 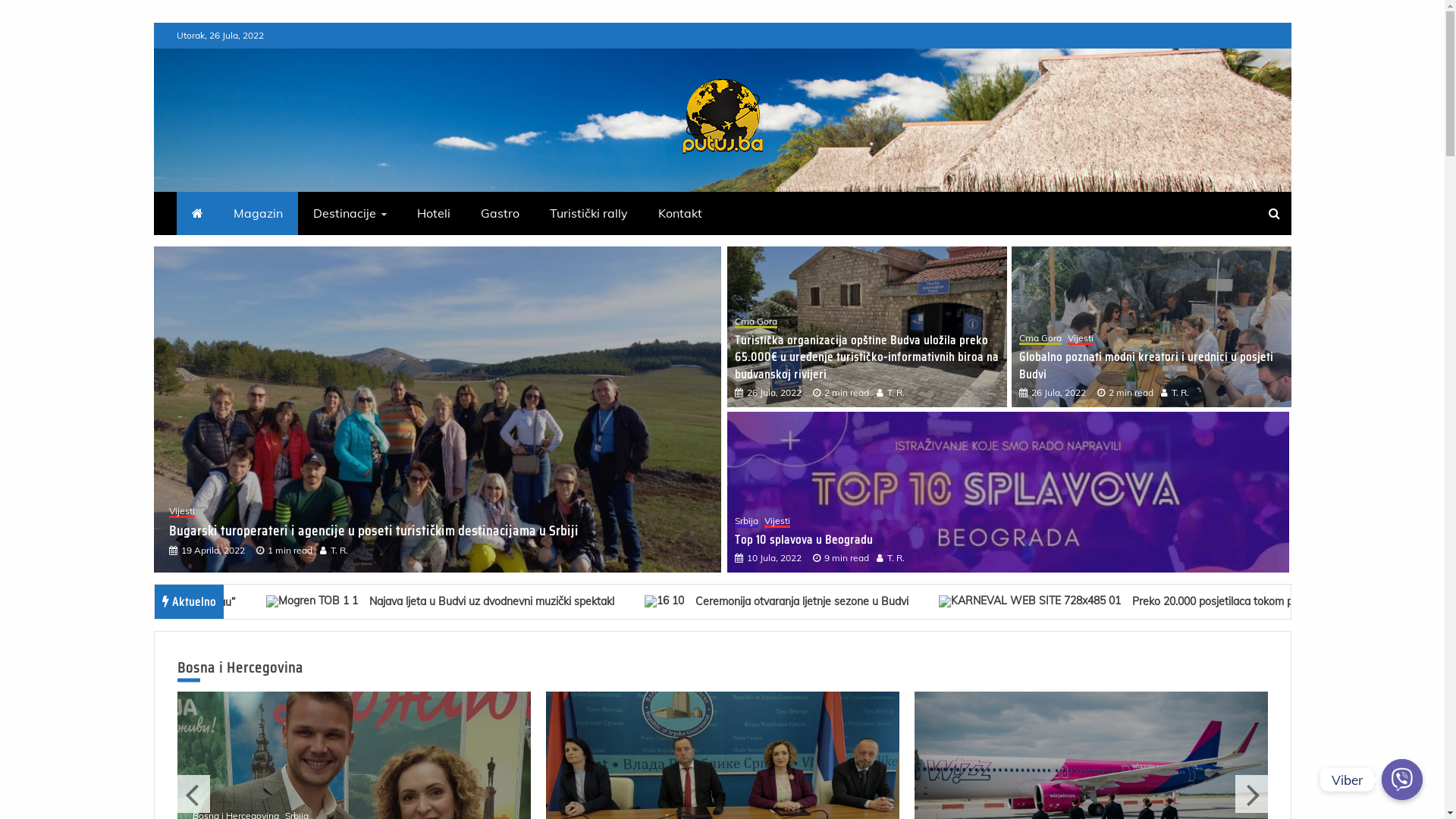 What do you see at coordinates (152, 22) in the screenshot?
I see `'Skip to content'` at bounding box center [152, 22].